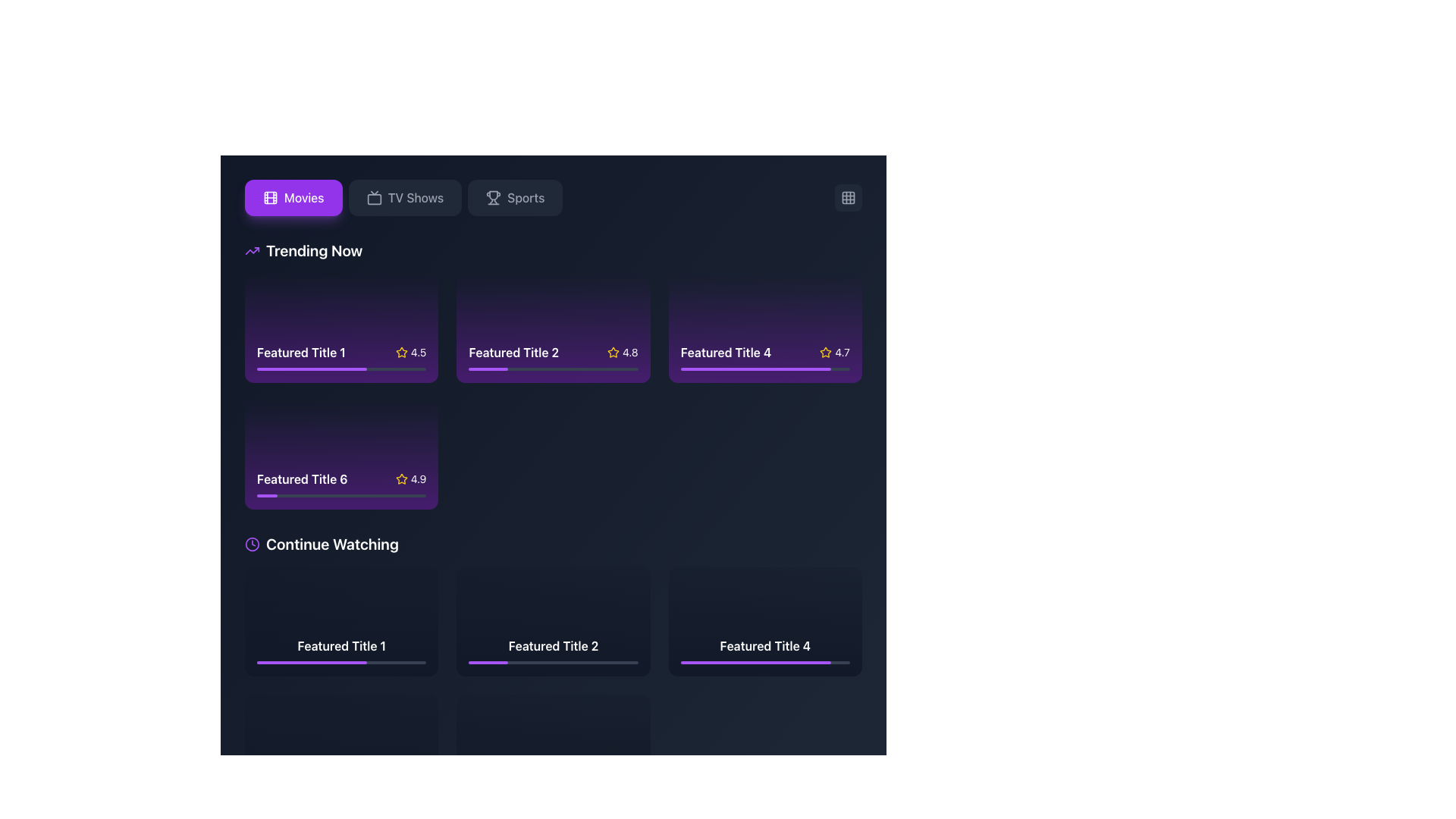  I want to click on text label that identifies the corresponding movie or show in the 'Continue Watching' section, located in the lower section of the card as the second item in the second row of the grid layout, so click(765, 645).